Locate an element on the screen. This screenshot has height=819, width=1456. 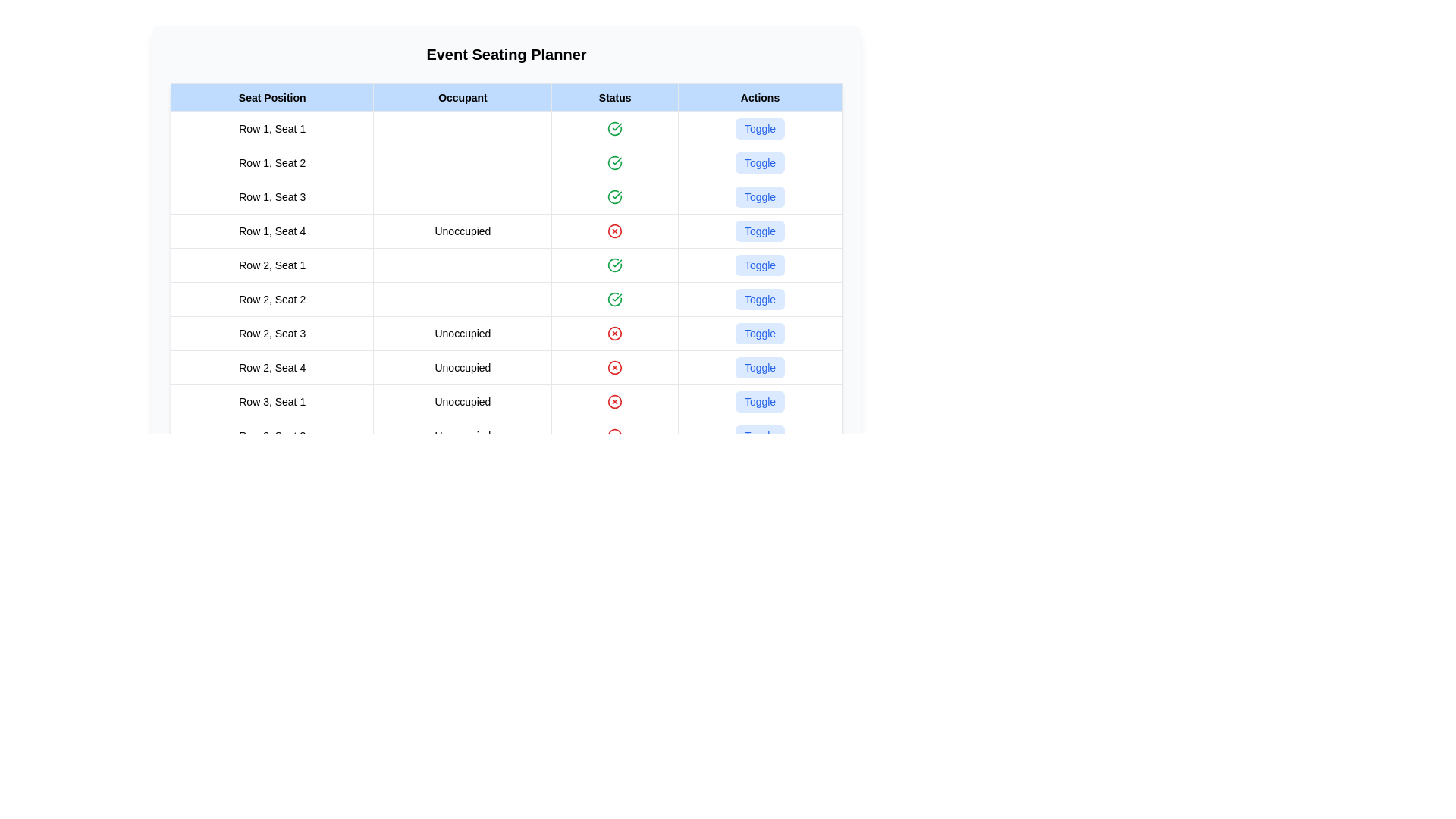
the text label displaying 'Unoccupied', which is located in the second row and third column of the table is located at coordinates (462, 332).